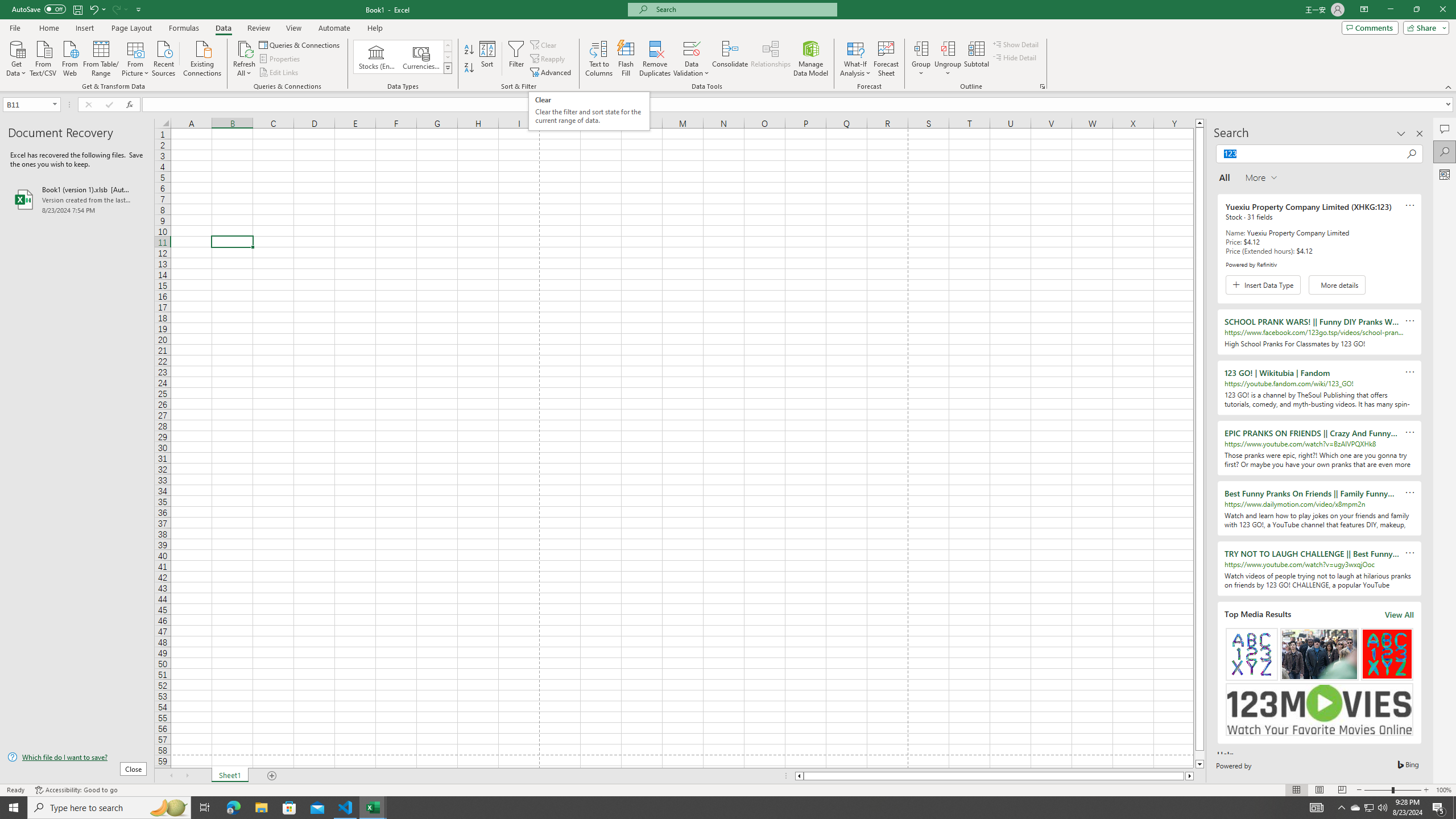 This screenshot has height=819, width=1456. What do you see at coordinates (100, 57) in the screenshot?
I see `'From Table/Range'` at bounding box center [100, 57].